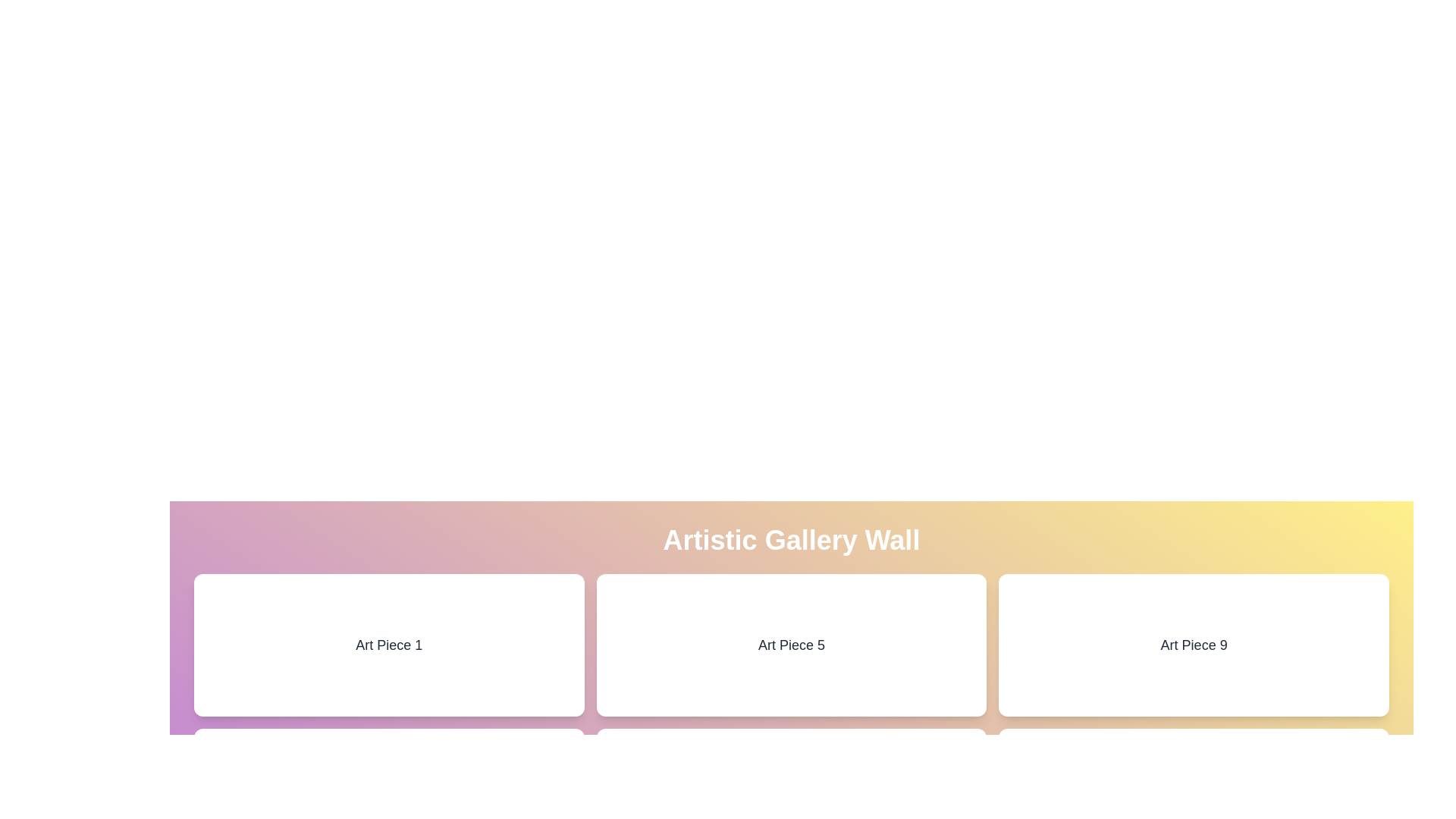  What do you see at coordinates (790, 540) in the screenshot?
I see `displayed text 'Artistic Gallery Wall' from the centered text label with a bold, large font and white color, set against a gradient background from yellow to purple` at bounding box center [790, 540].